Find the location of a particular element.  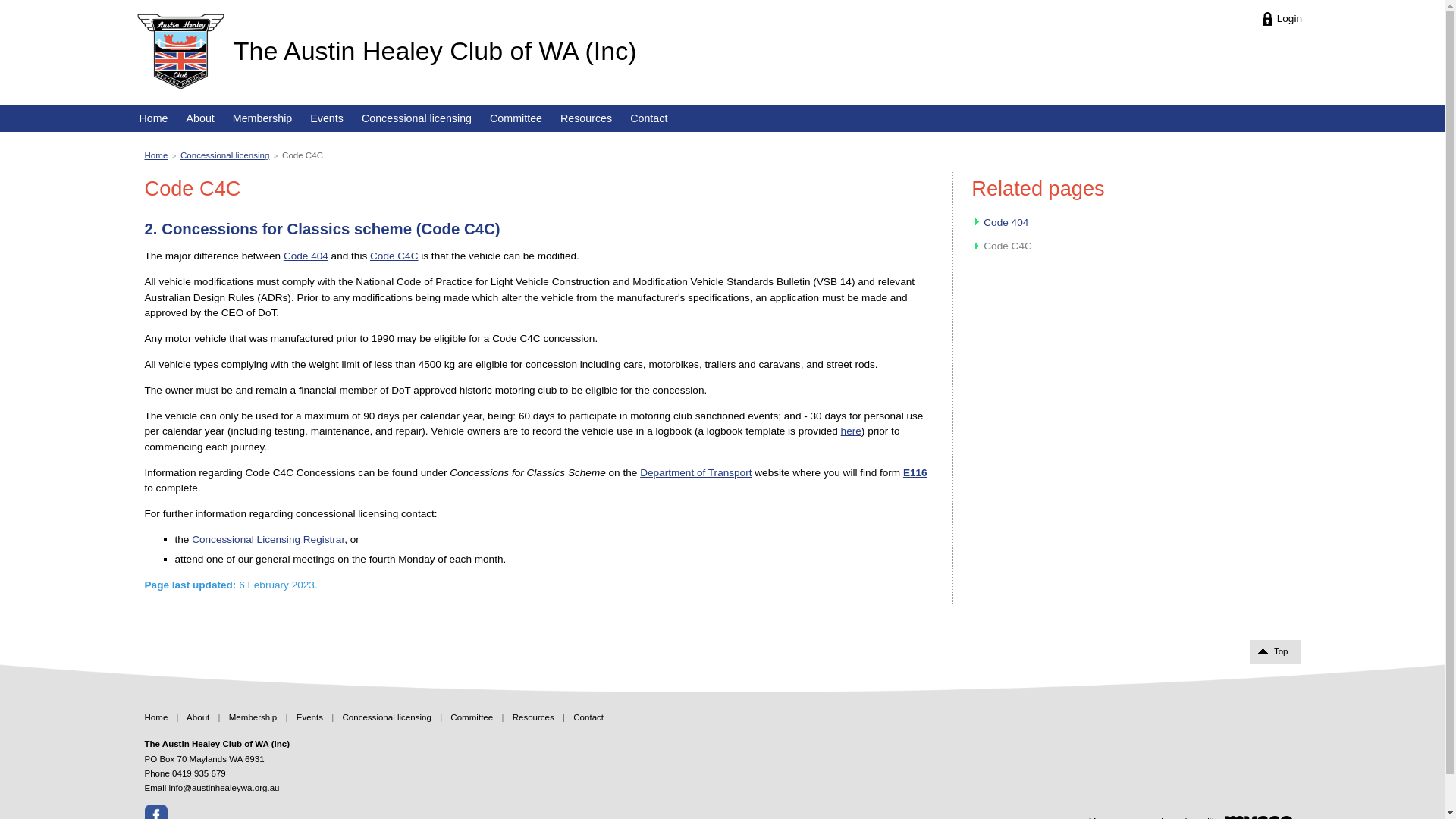

'Concessional Licensing Registrar' is located at coordinates (191, 538).